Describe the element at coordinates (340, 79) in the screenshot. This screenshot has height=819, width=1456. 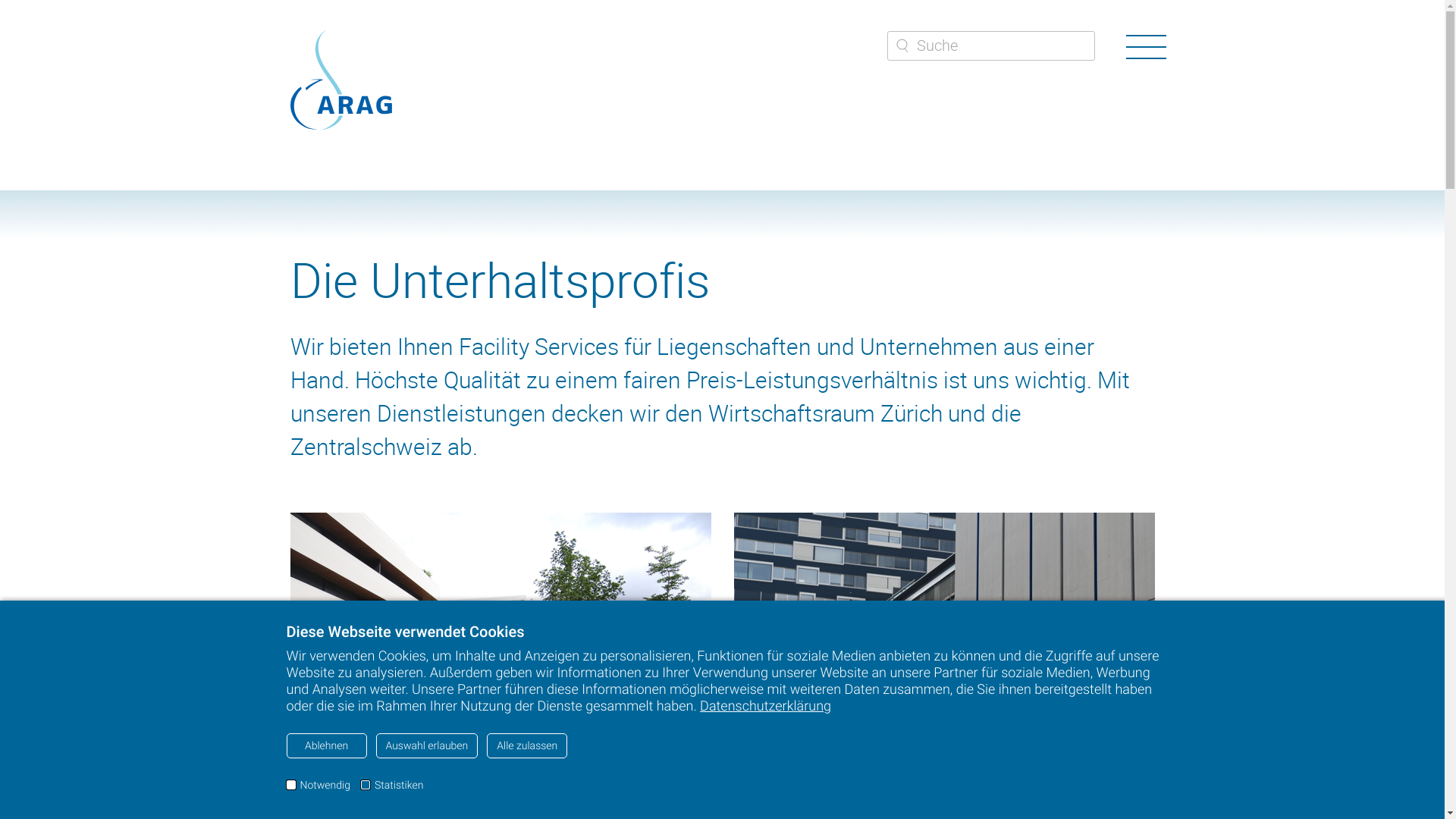
I see `'Home'` at that location.